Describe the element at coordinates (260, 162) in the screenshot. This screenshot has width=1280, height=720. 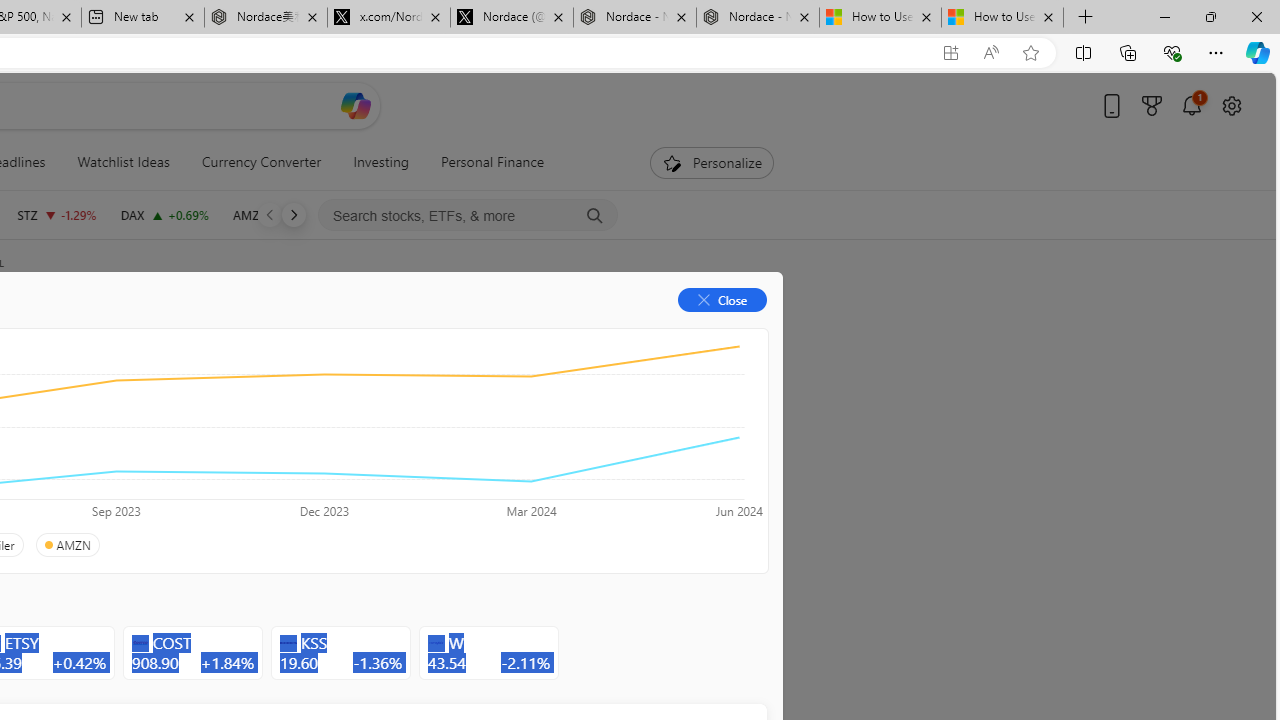
I see `'Currency Converter'` at that location.